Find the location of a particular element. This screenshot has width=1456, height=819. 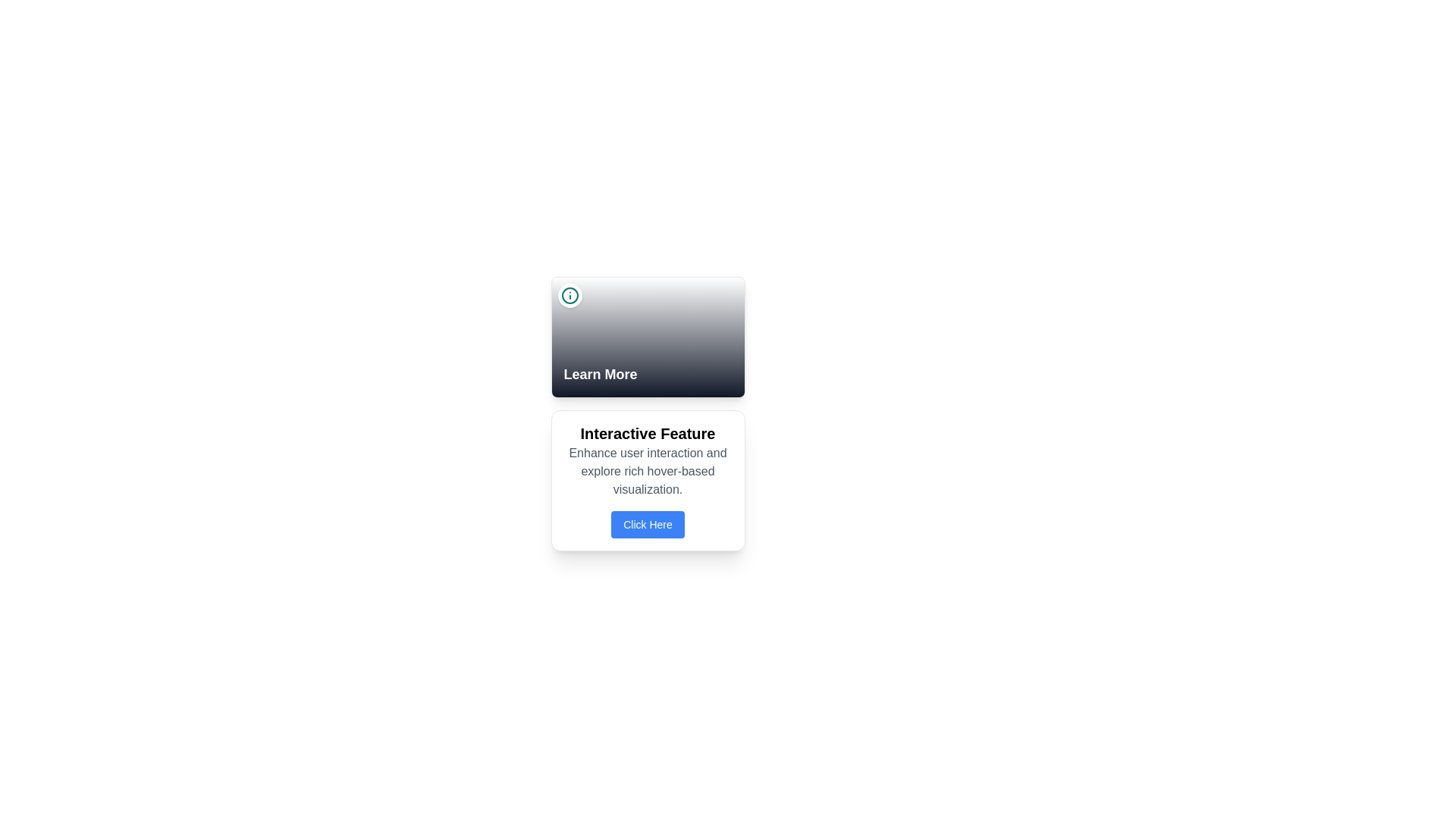

the circular information icon with a teal outline, located is located at coordinates (569, 295).